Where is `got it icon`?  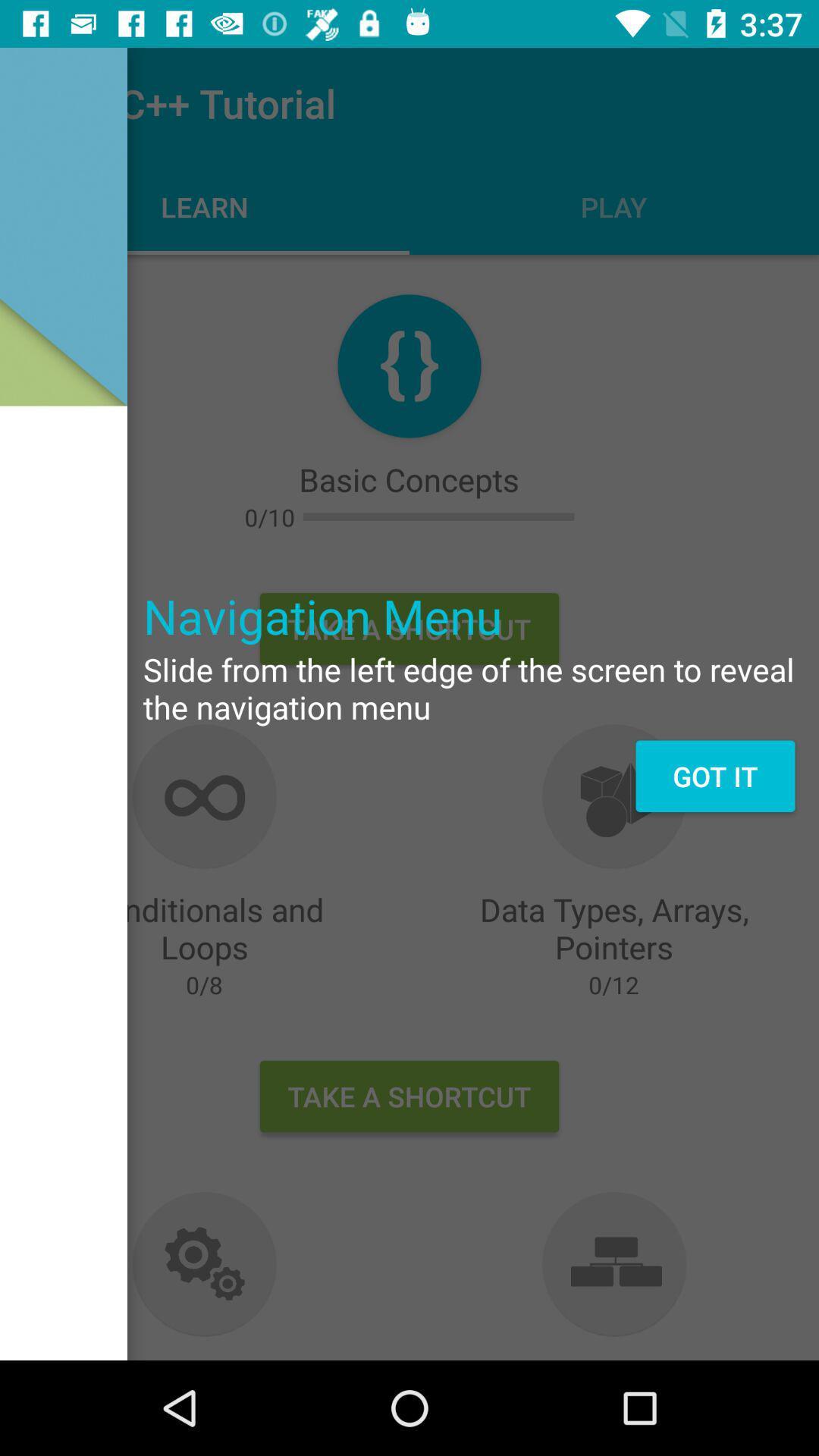
got it icon is located at coordinates (715, 776).